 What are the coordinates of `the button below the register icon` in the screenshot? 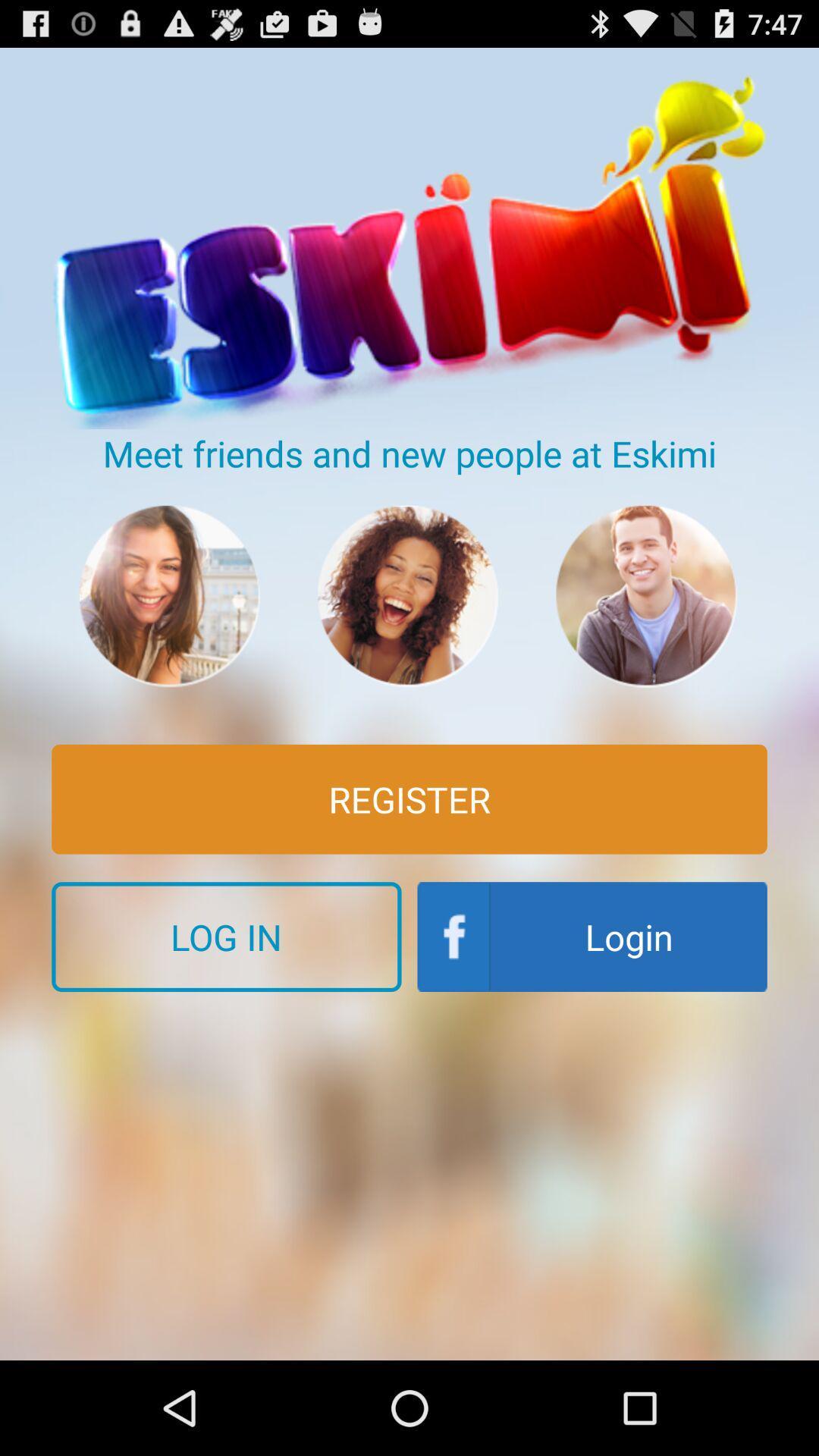 It's located at (226, 936).